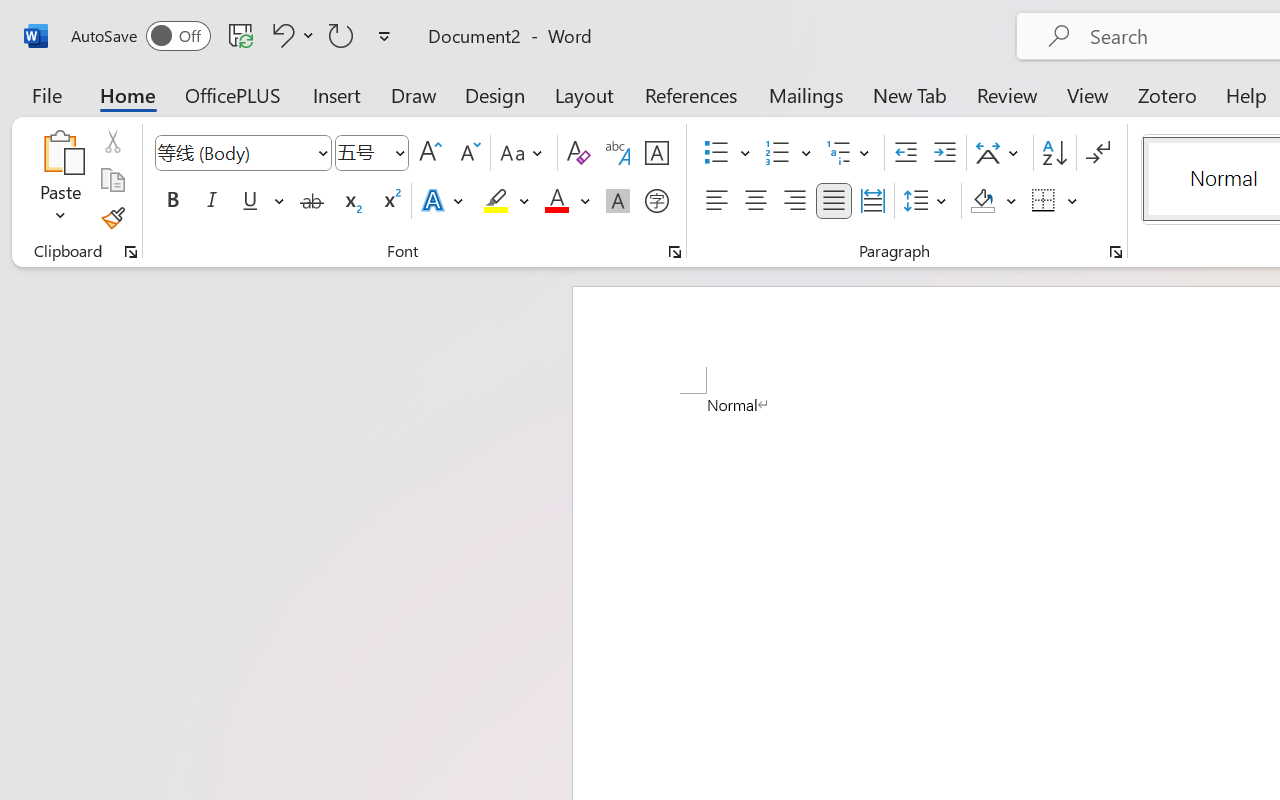  What do you see at coordinates (350, 201) in the screenshot?
I see `'Subscript'` at bounding box center [350, 201].